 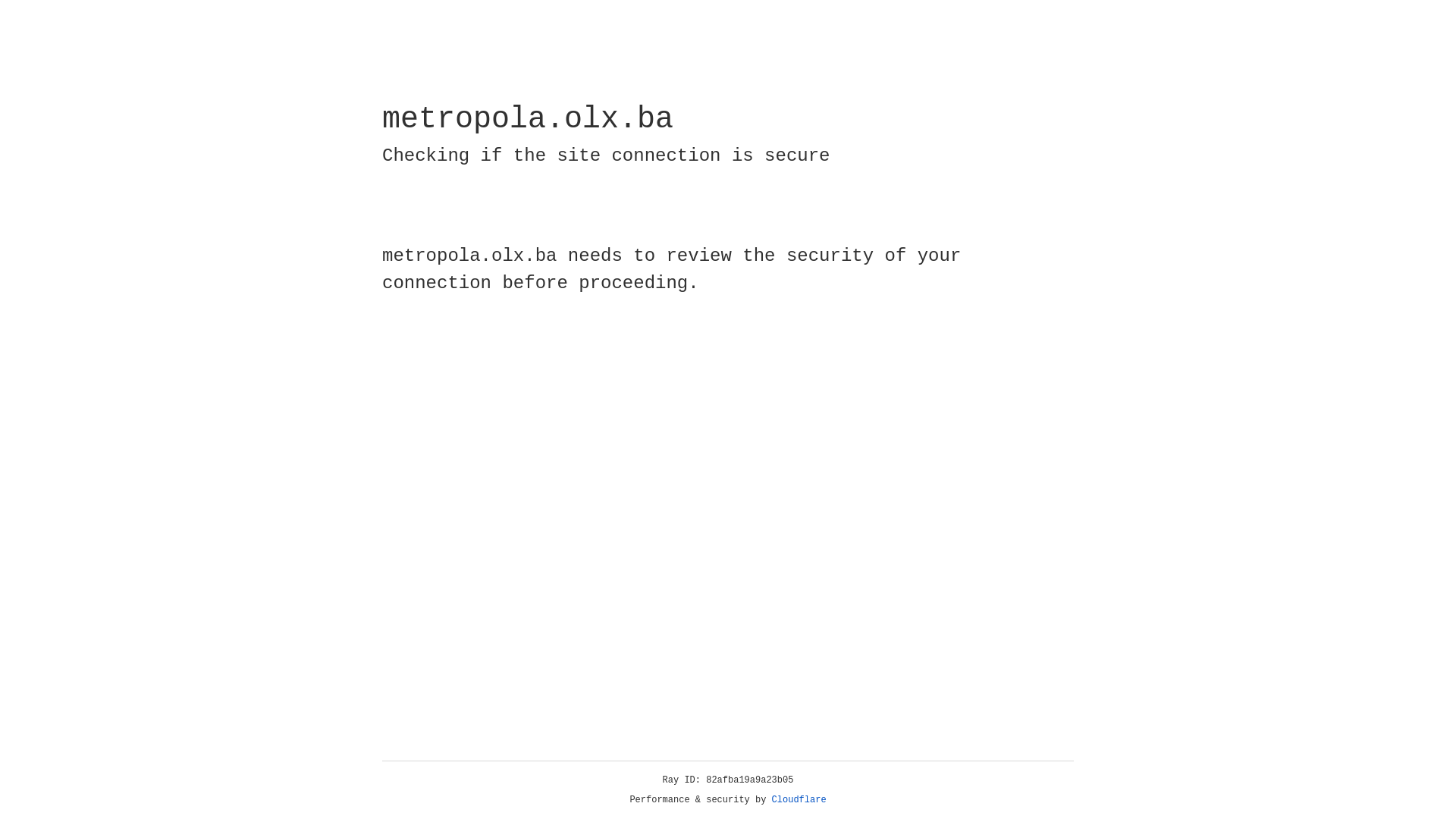 I want to click on 'Cloudflare', so click(x=799, y=799).